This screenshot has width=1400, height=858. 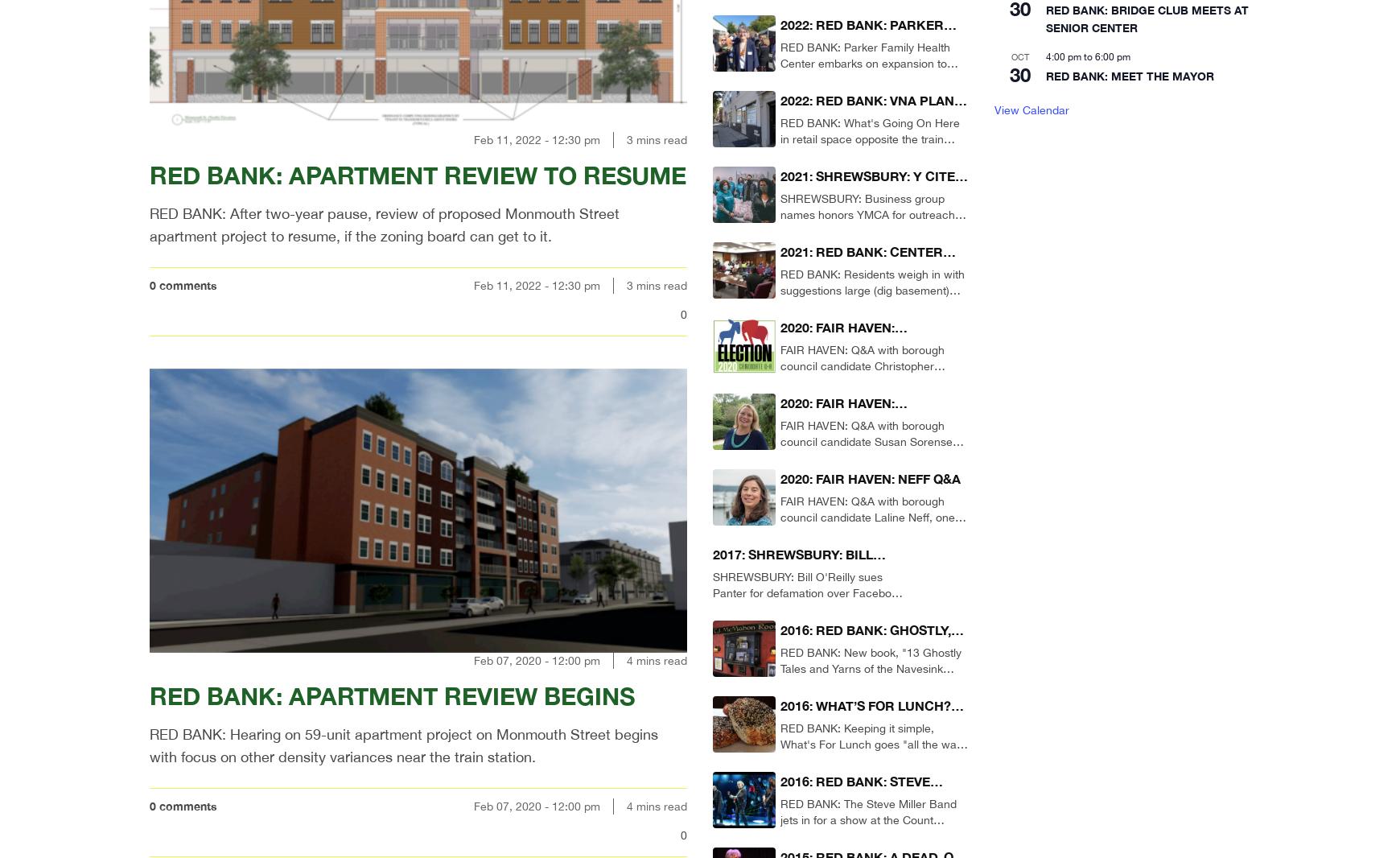 I want to click on 'to', so click(x=1087, y=56).